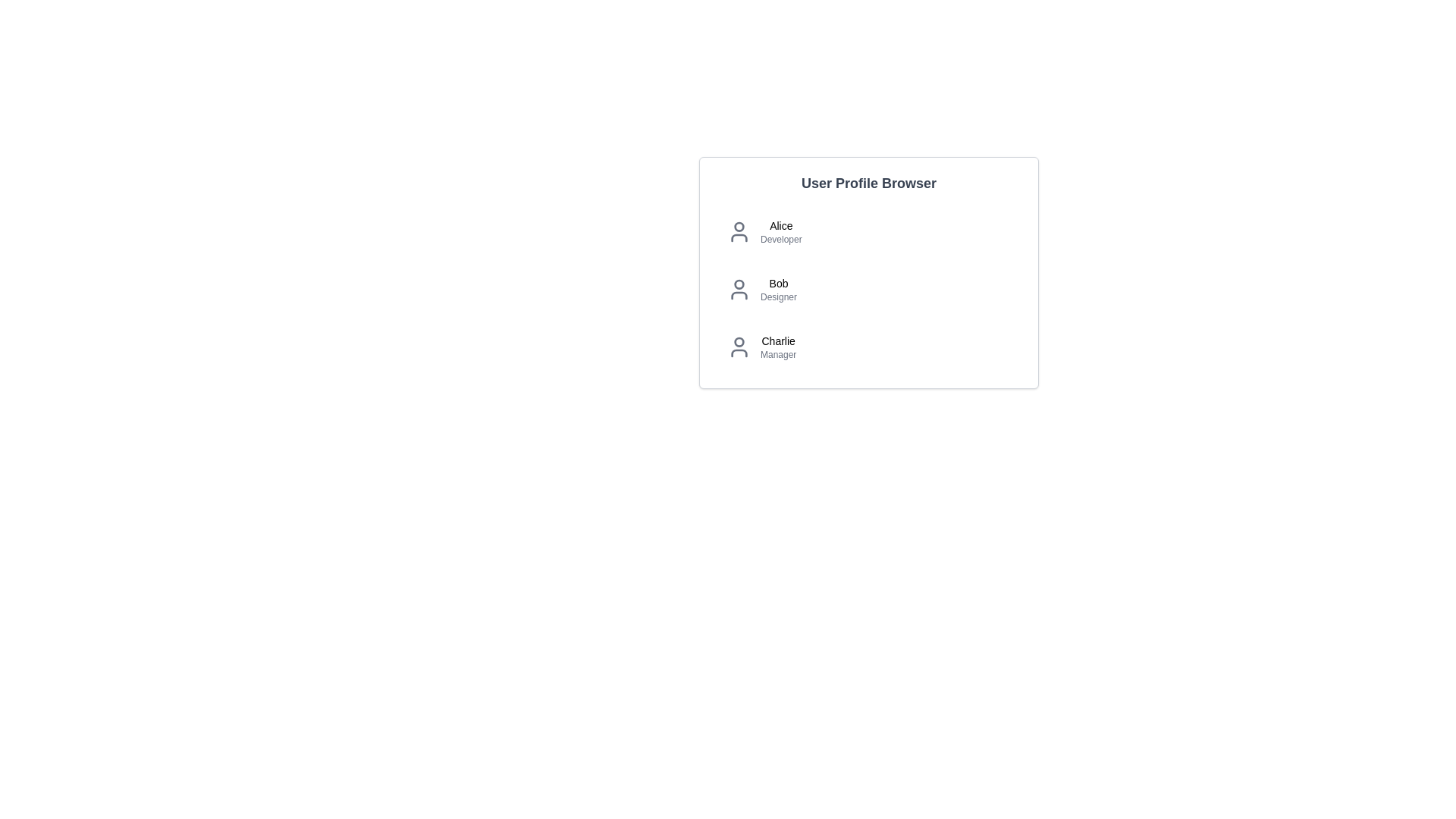  Describe the element at coordinates (778, 341) in the screenshot. I see `the text label that displays the user profile name, located at the bottom of the user profile list above the 'Manager' role text` at that location.